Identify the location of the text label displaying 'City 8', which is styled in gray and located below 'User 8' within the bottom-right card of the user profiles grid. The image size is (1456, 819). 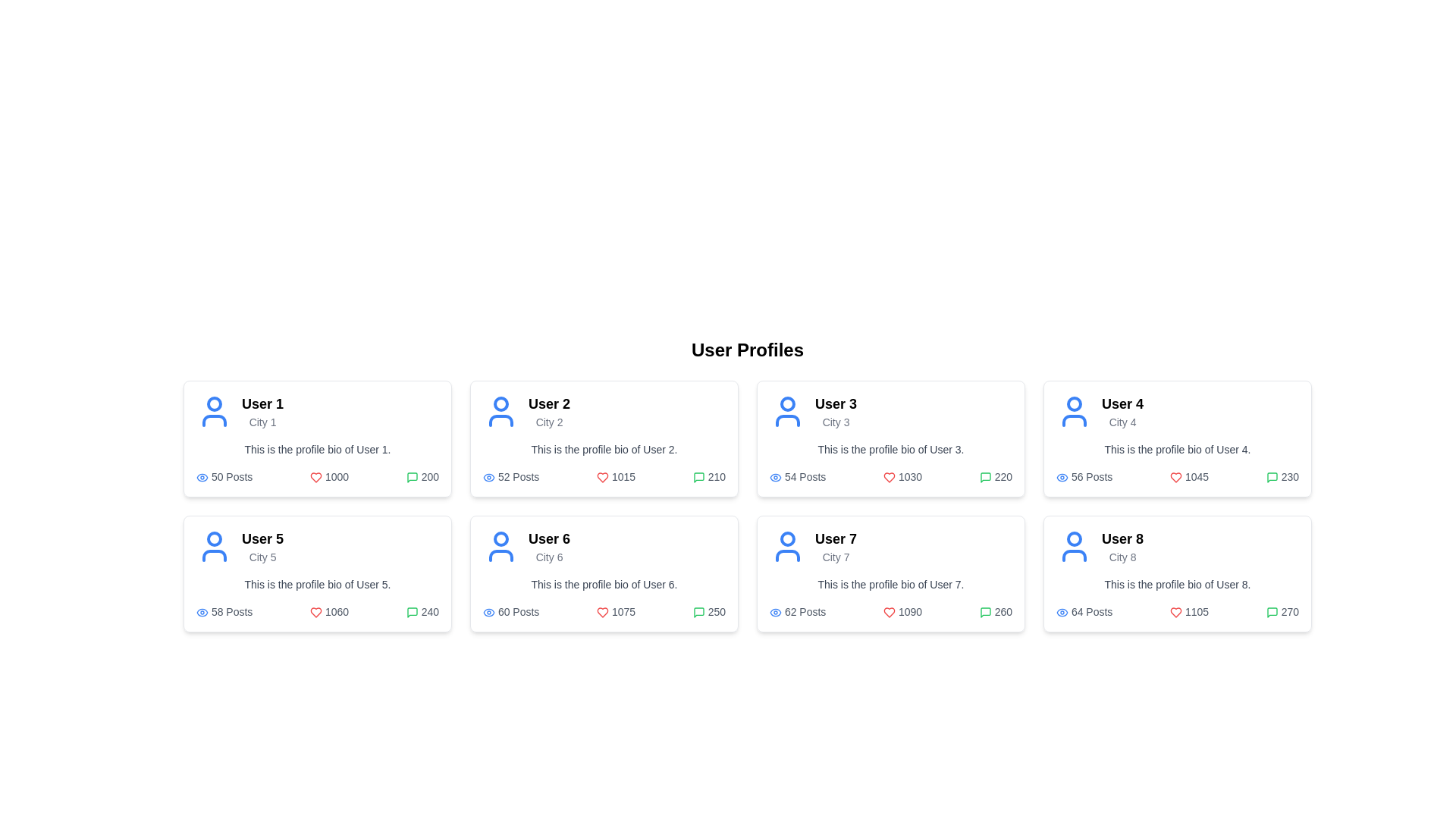
(1122, 557).